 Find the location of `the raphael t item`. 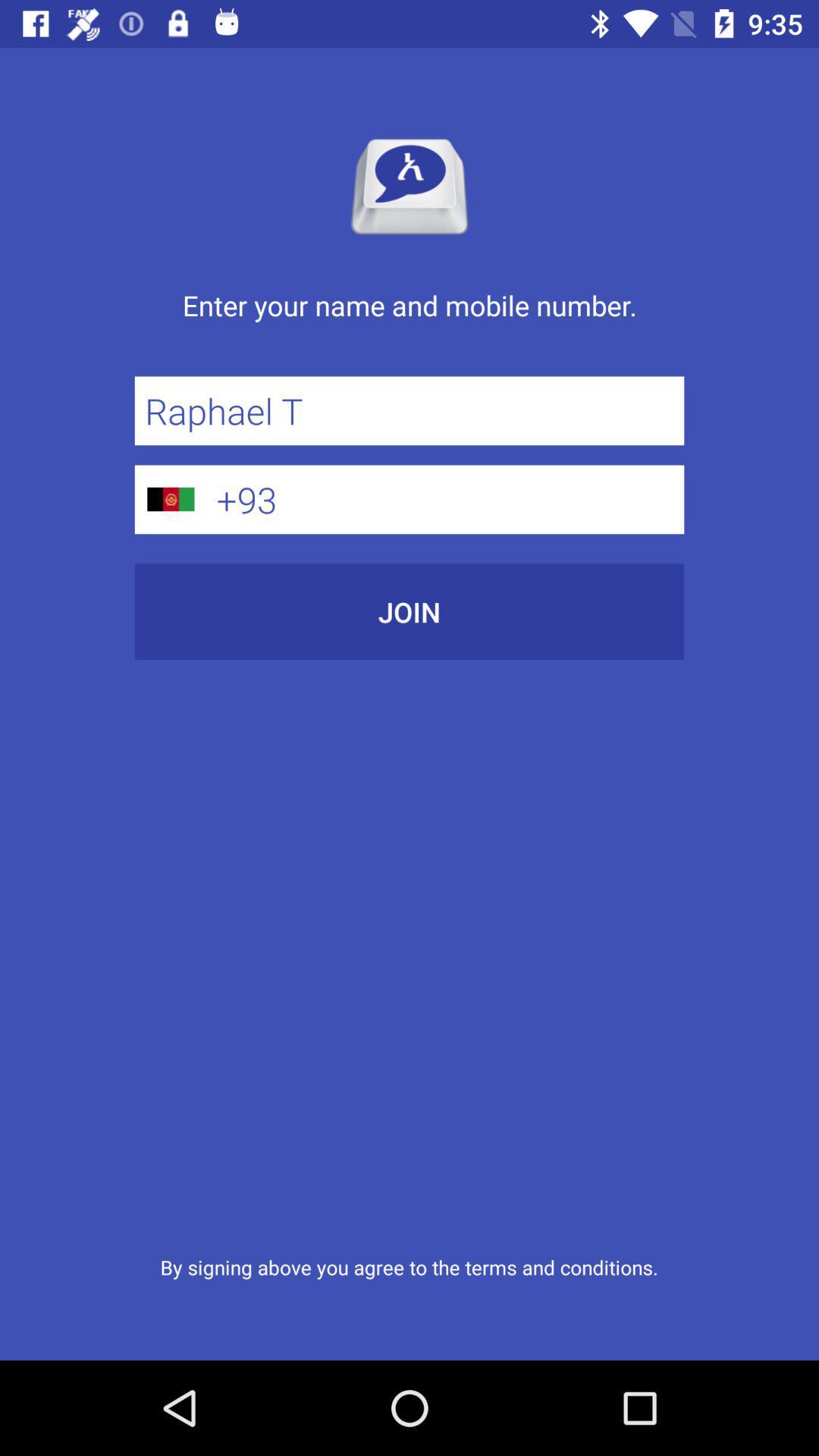

the raphael t item is located at coordinates (409, 410).